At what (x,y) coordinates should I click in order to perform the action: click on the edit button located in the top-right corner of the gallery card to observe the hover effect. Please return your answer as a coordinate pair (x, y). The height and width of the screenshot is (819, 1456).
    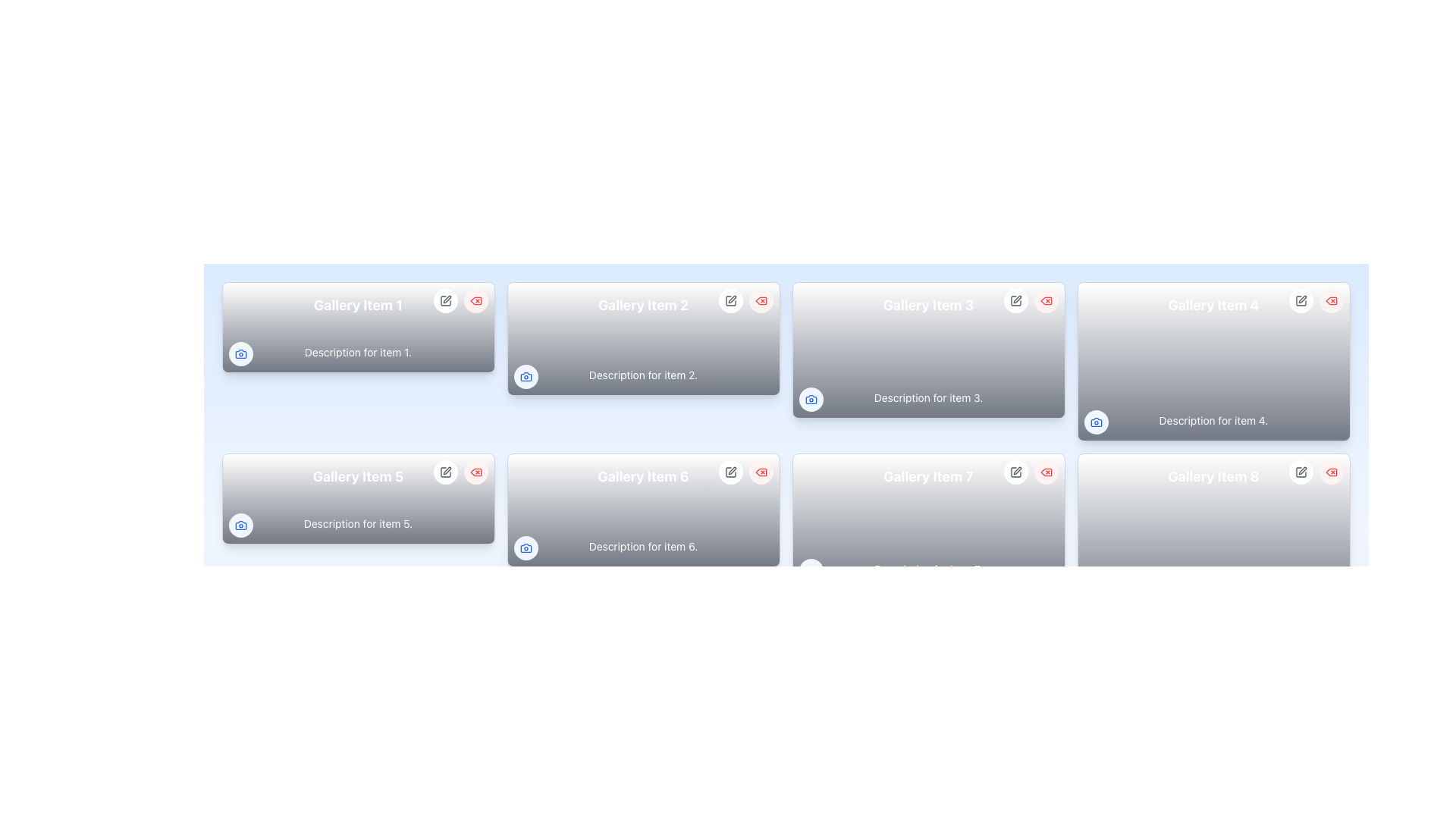
    Looking at the image, I should click on (730, 643).